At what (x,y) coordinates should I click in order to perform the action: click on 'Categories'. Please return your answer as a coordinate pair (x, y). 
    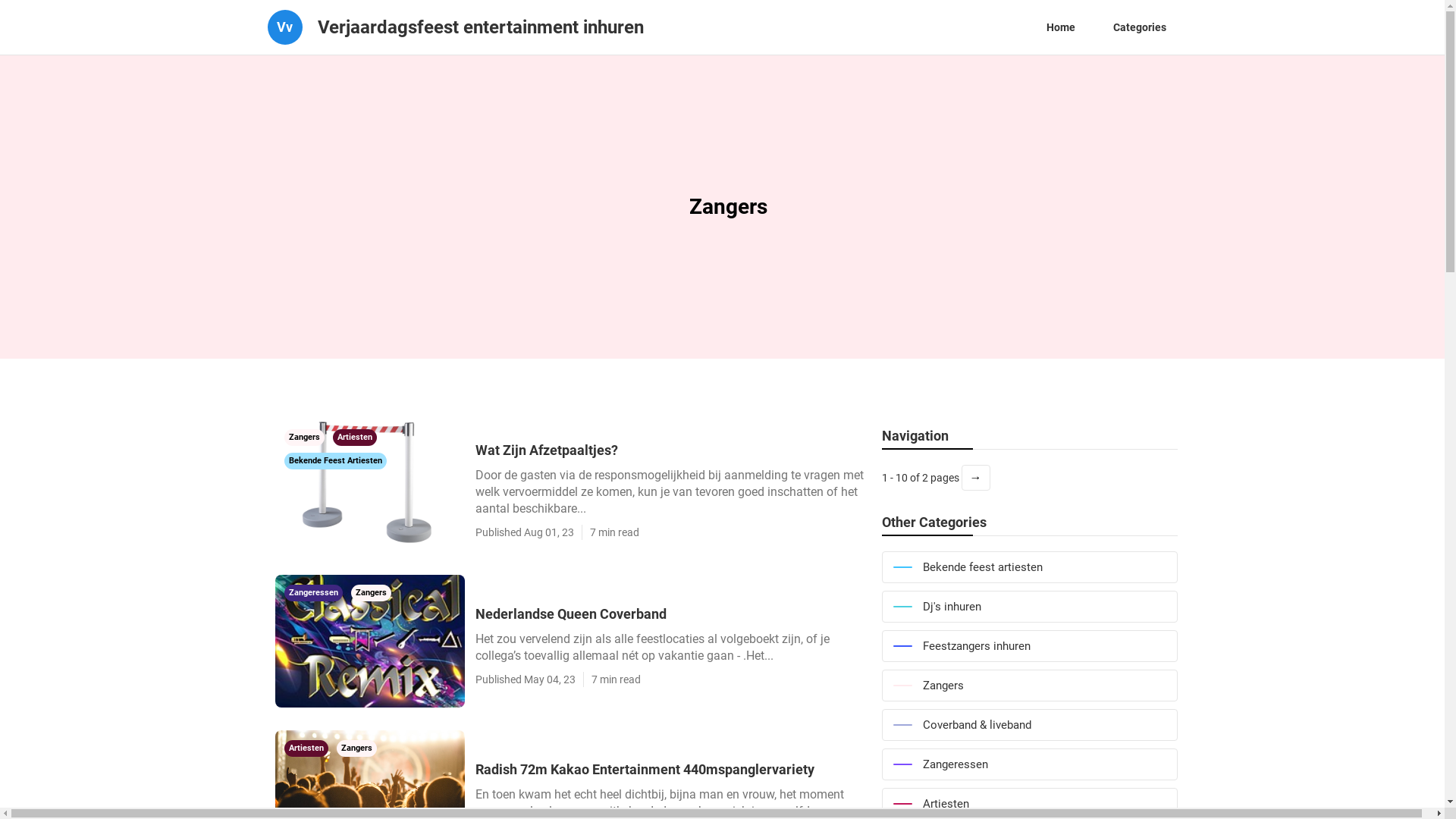
    Looking at the image, I should click on (1139, 27).